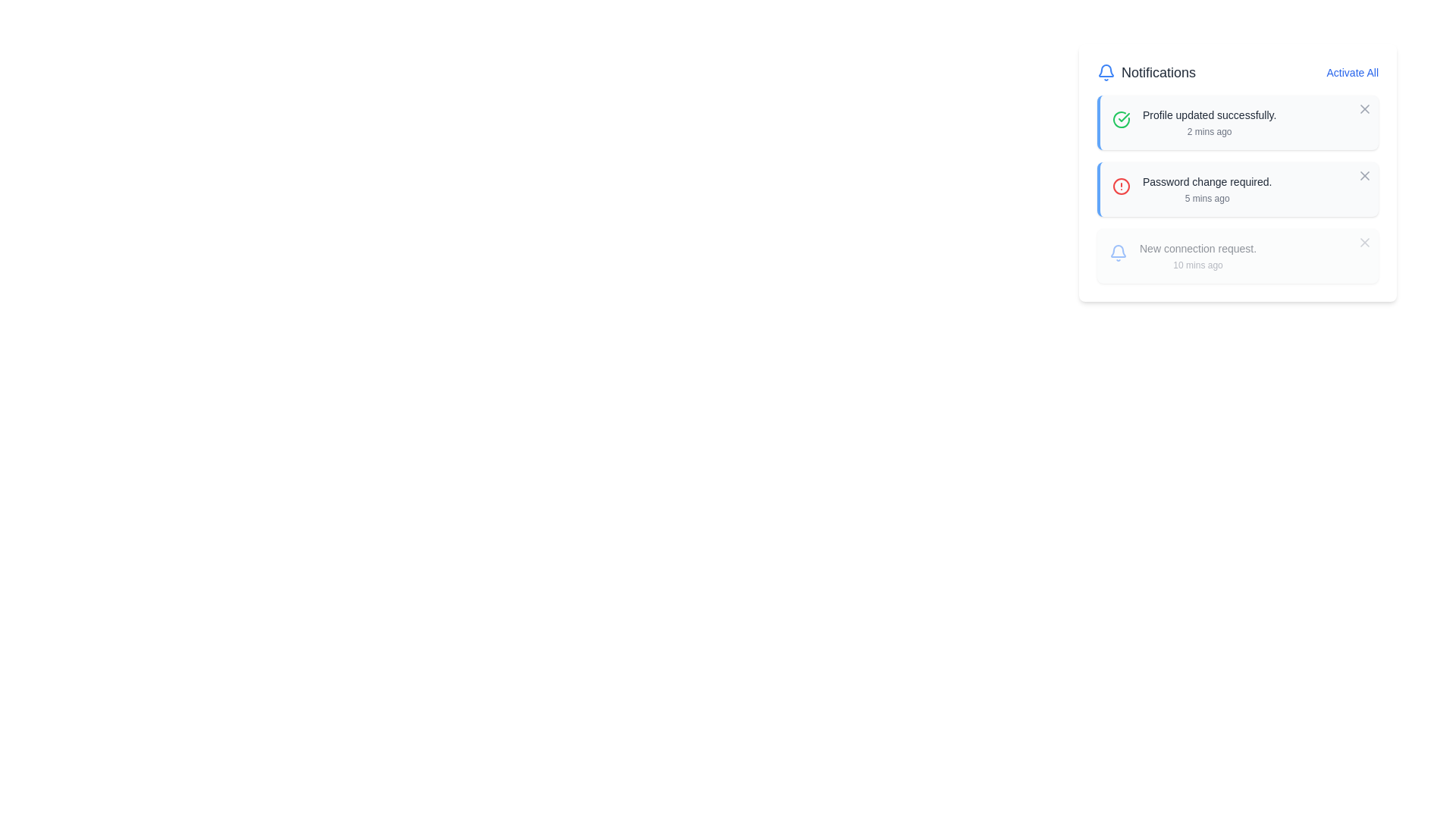  What do you see at coordinates (1121, 186) in the screenshot?
I see `the 'Password change required' notification icon in the sidebar, which indicates an alert for a password change` at bounding box center [1121, 186].